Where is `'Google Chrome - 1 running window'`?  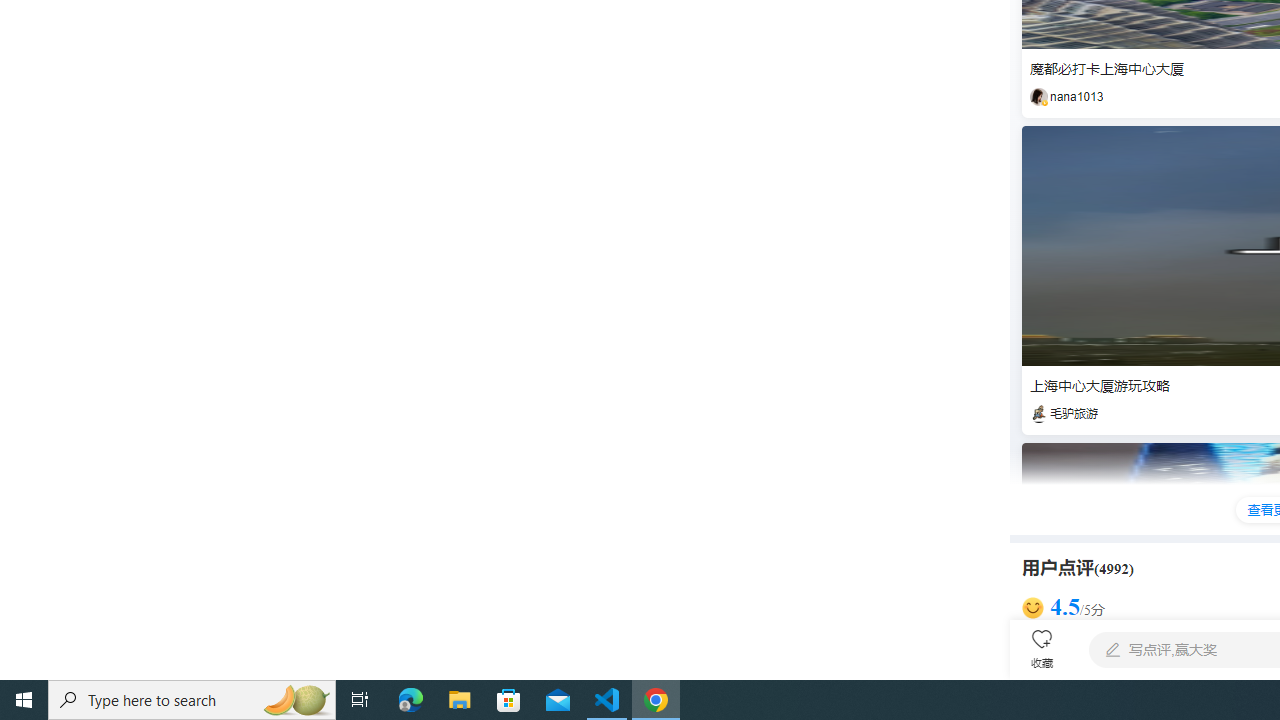
'Google Chrome - 1 running window' is located at coordinates (656, 698).